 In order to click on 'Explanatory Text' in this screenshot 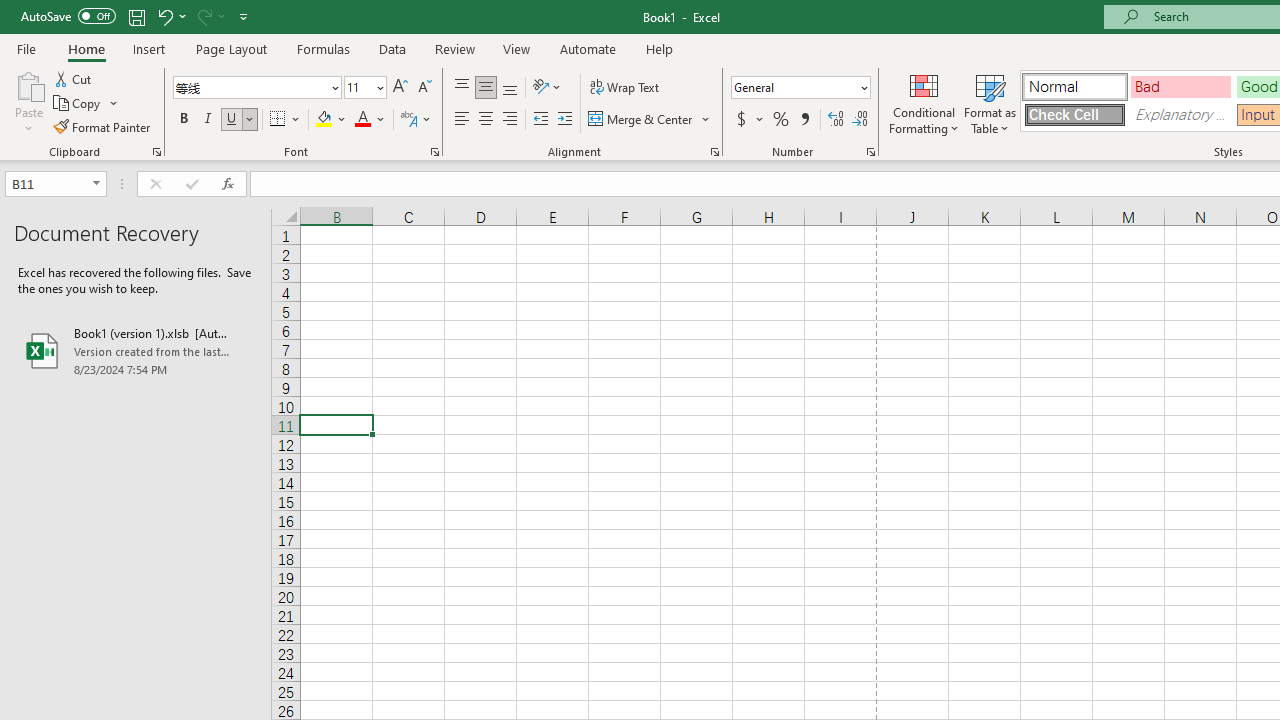, I will do `click(1180, 114)`.